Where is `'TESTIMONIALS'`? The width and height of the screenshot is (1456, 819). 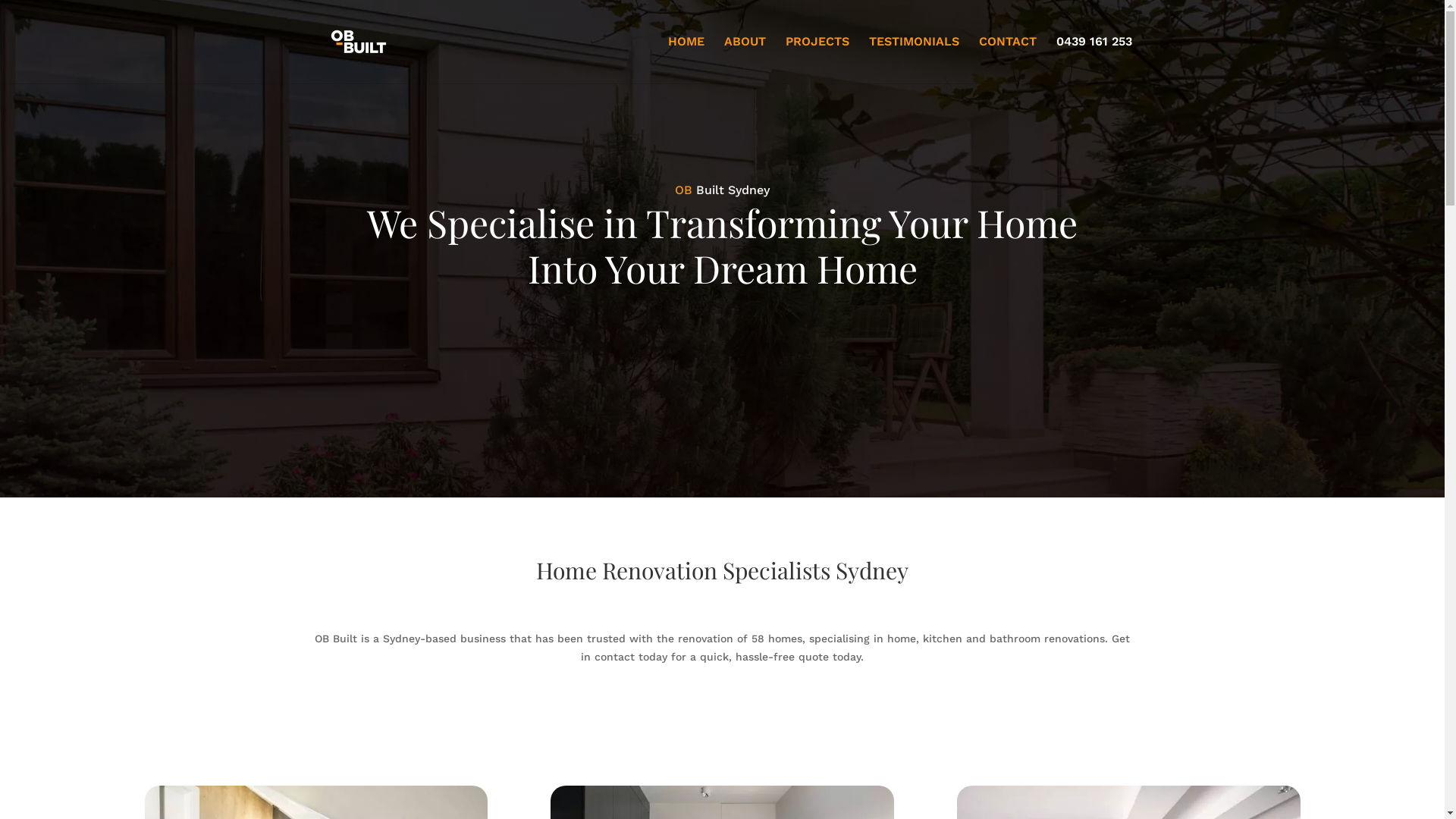 'TESTIMONIALS' is located at coordinates (913, 58).